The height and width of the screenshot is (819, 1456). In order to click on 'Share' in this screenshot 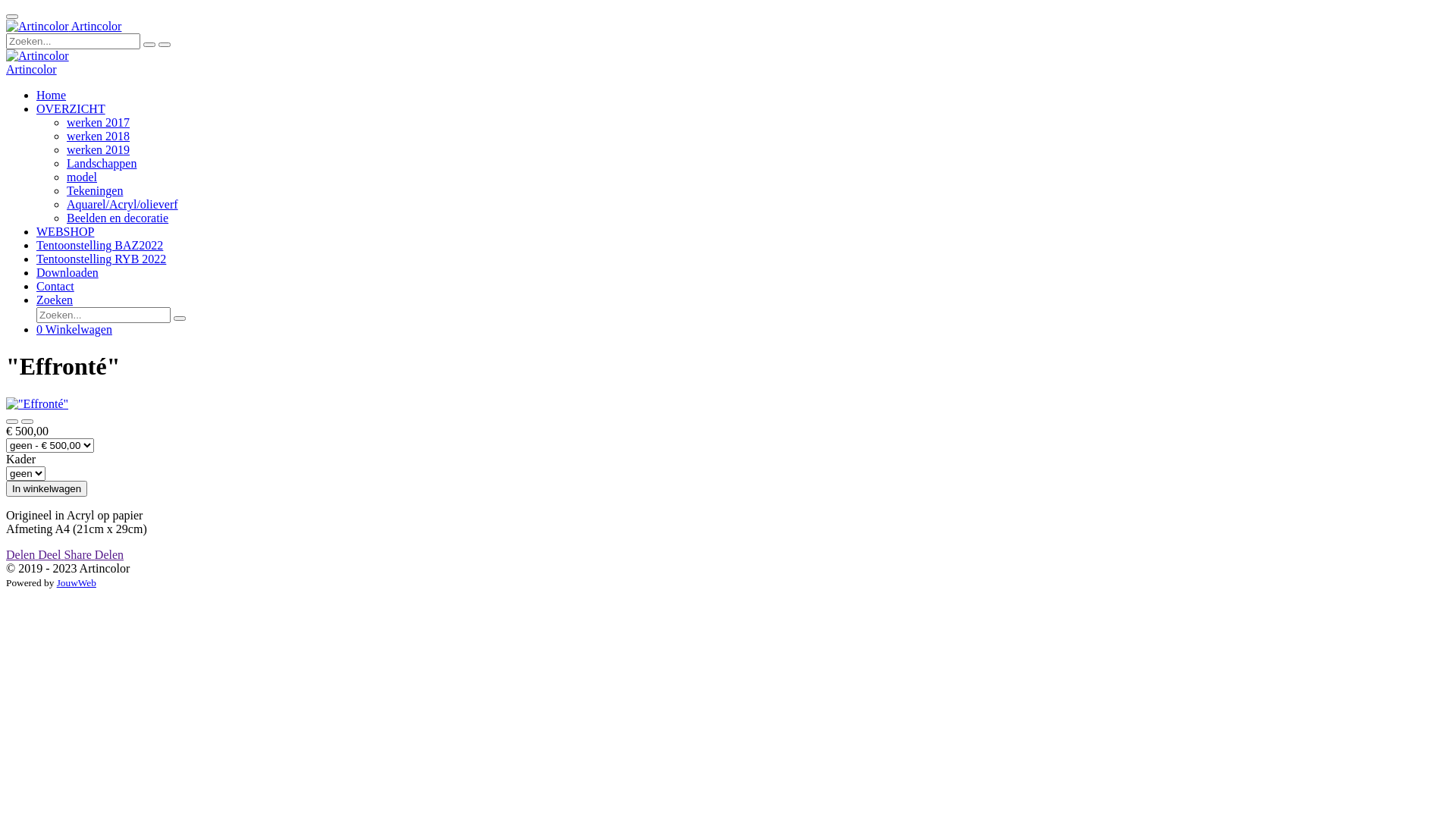, I will do `click(78, 554)`.